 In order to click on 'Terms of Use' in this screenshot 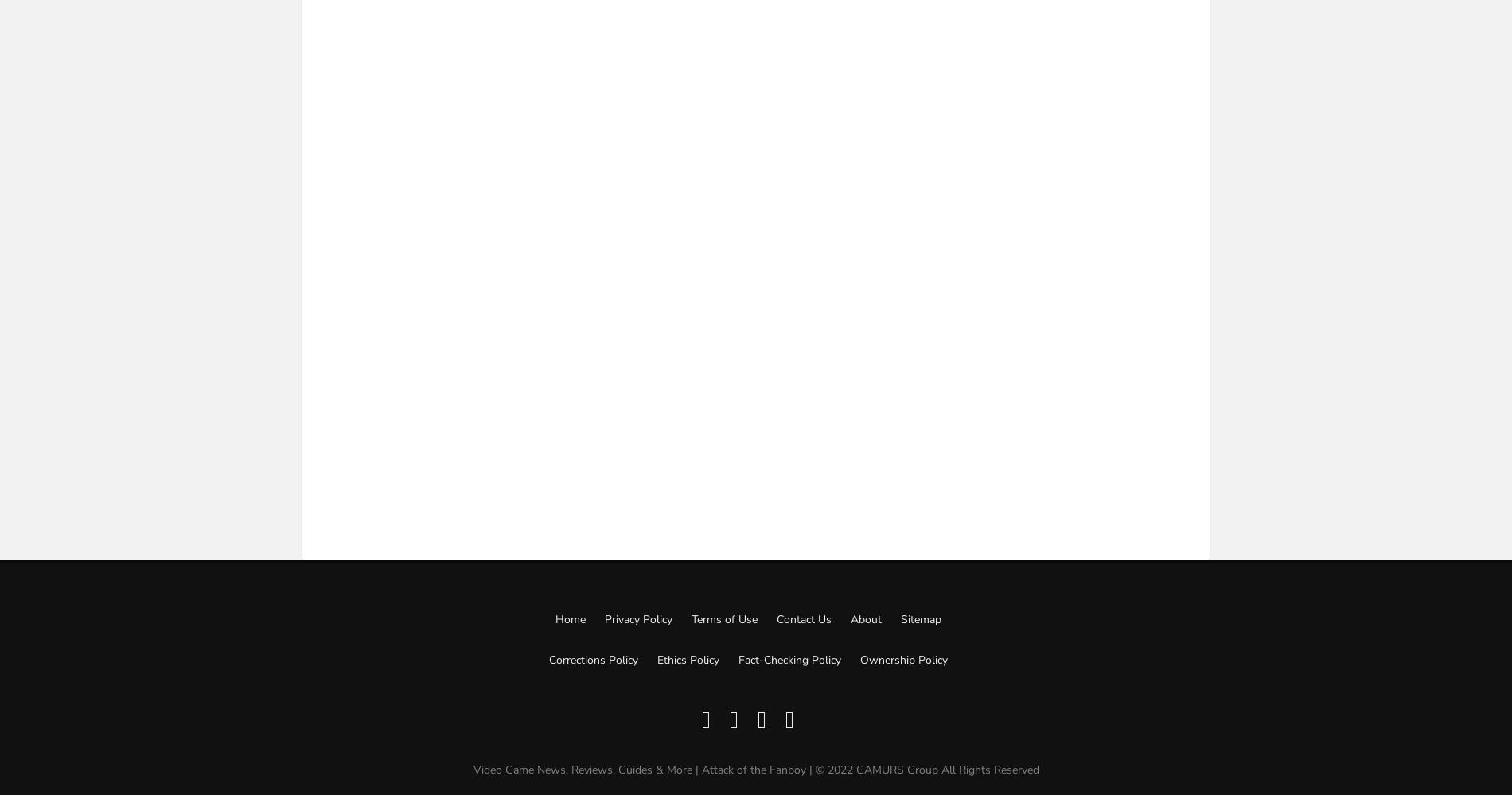, I will do `click(723, 619)`.